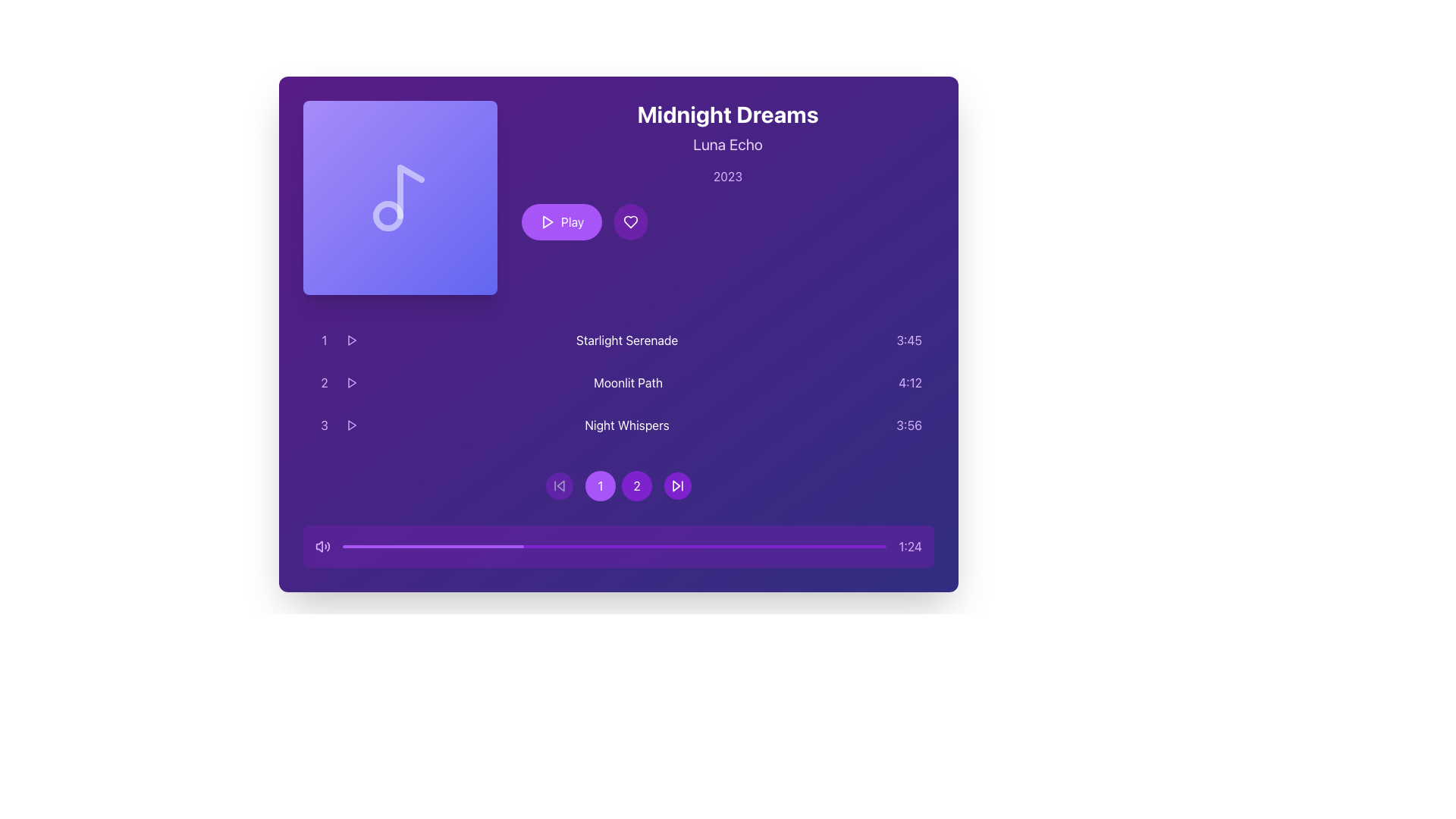 The width and height of the screenshot is (1456, 819). I want to click on the progress, so click(461, 547).